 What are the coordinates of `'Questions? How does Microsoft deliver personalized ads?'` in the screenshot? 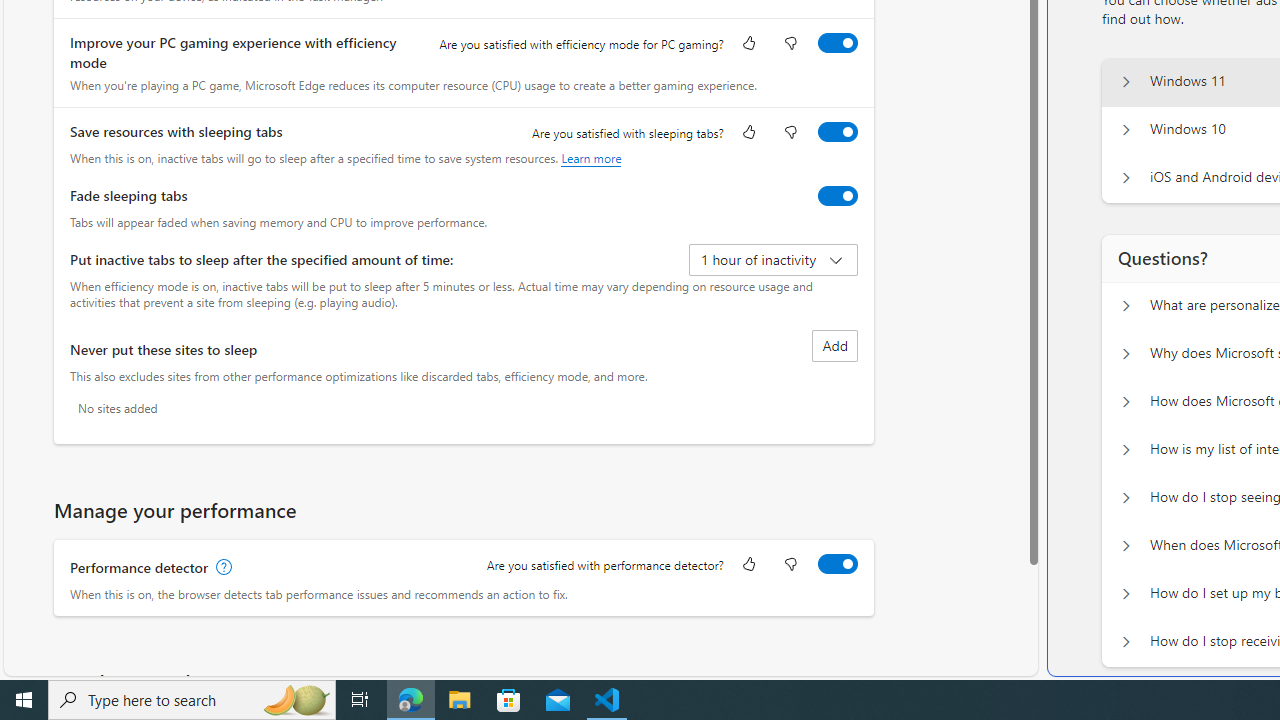 It's located at (1125, 402).